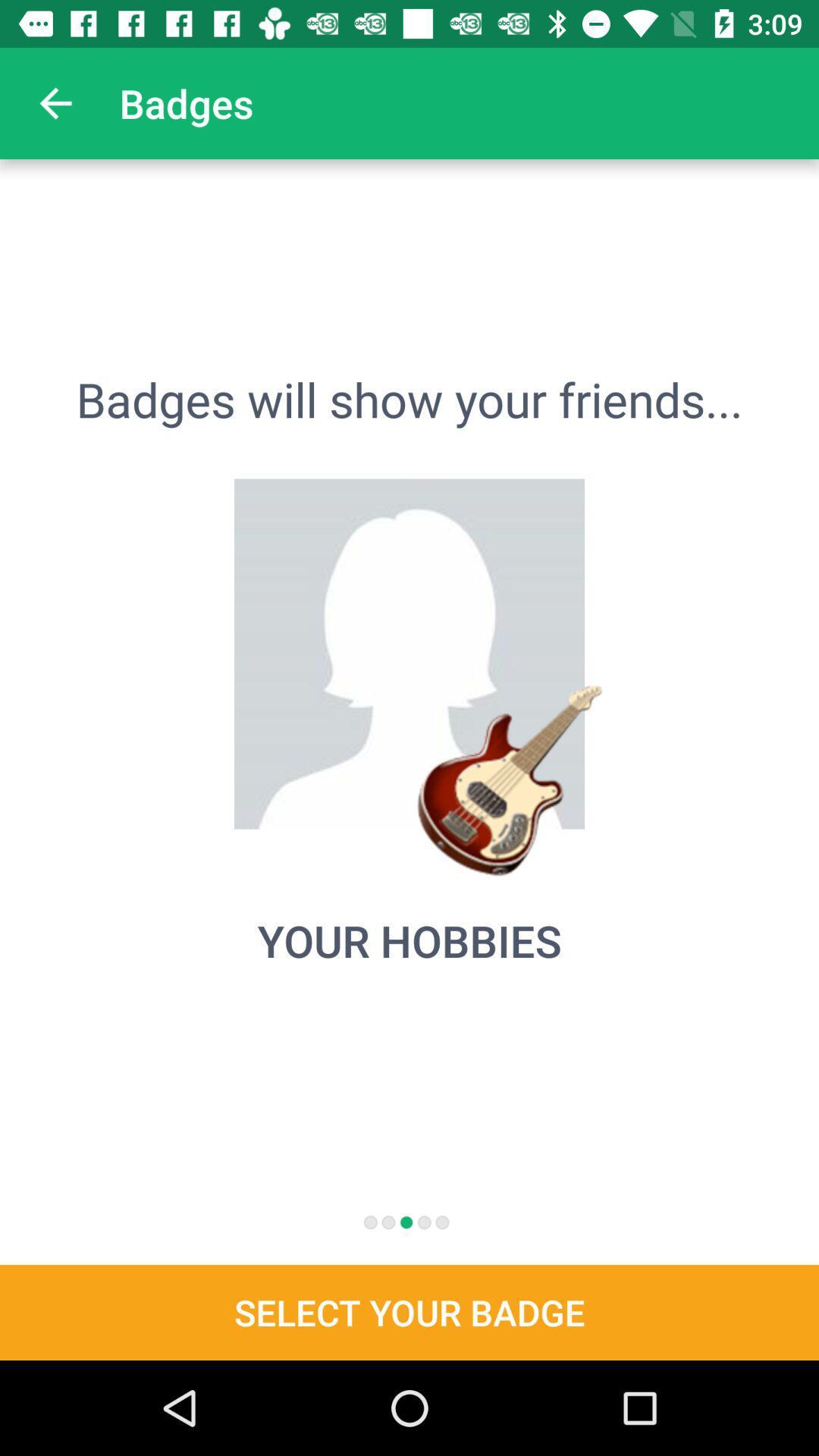 The width and height of the screenshot is (819, 1456). What do you see at coordinates (409, 1312) in the screenshot?
I see `the select your badge item` at bounding box center [409, 1312].